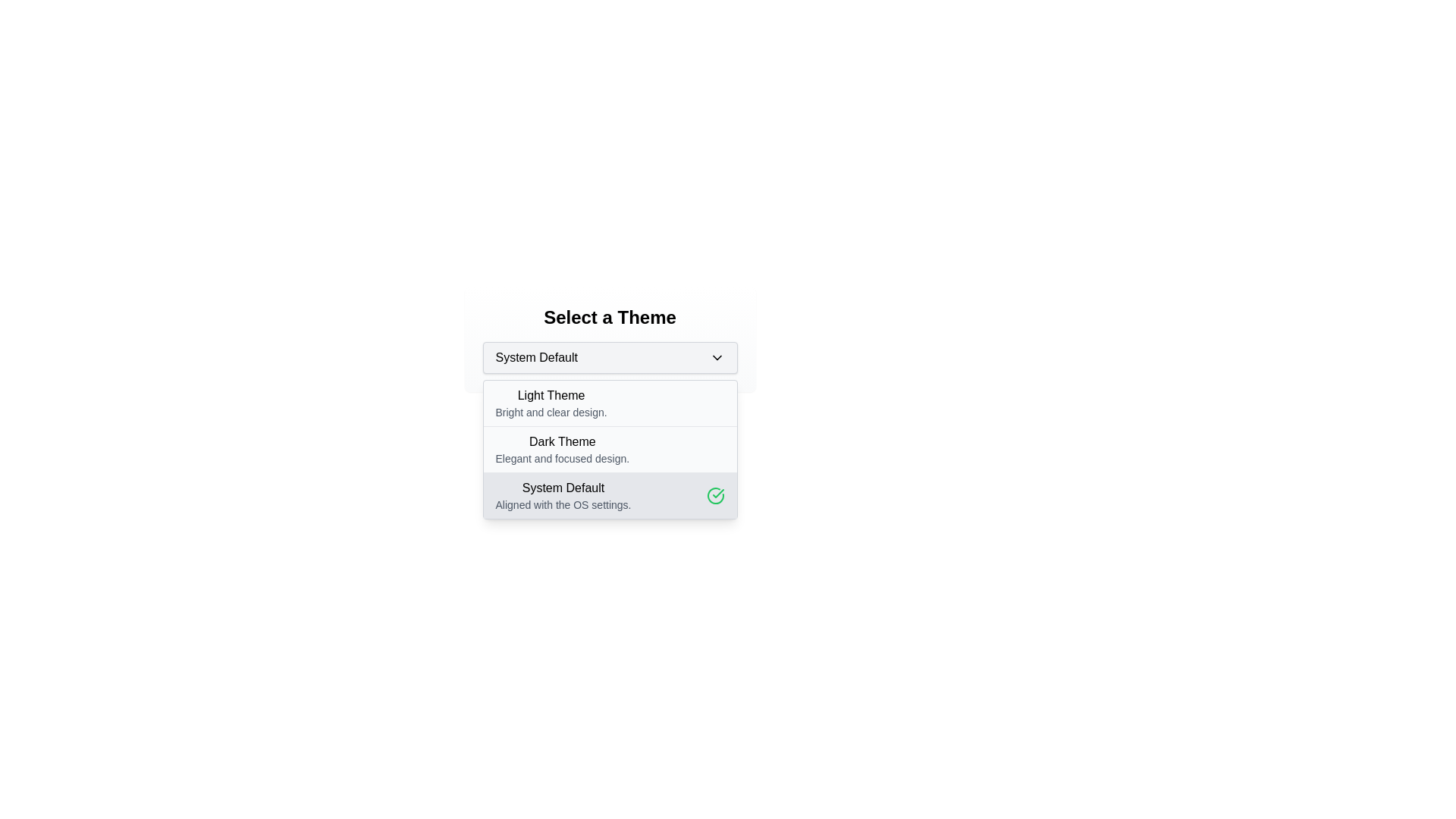 The height and width of the screenshot is (819, 1456). What do you see at coordinates (551, 394) in the screenshot?
I see `text label for the 'Light Theme' option in the theme selection menu, which is the first line in the dropdown menu section` at bounding box center [551, 394].